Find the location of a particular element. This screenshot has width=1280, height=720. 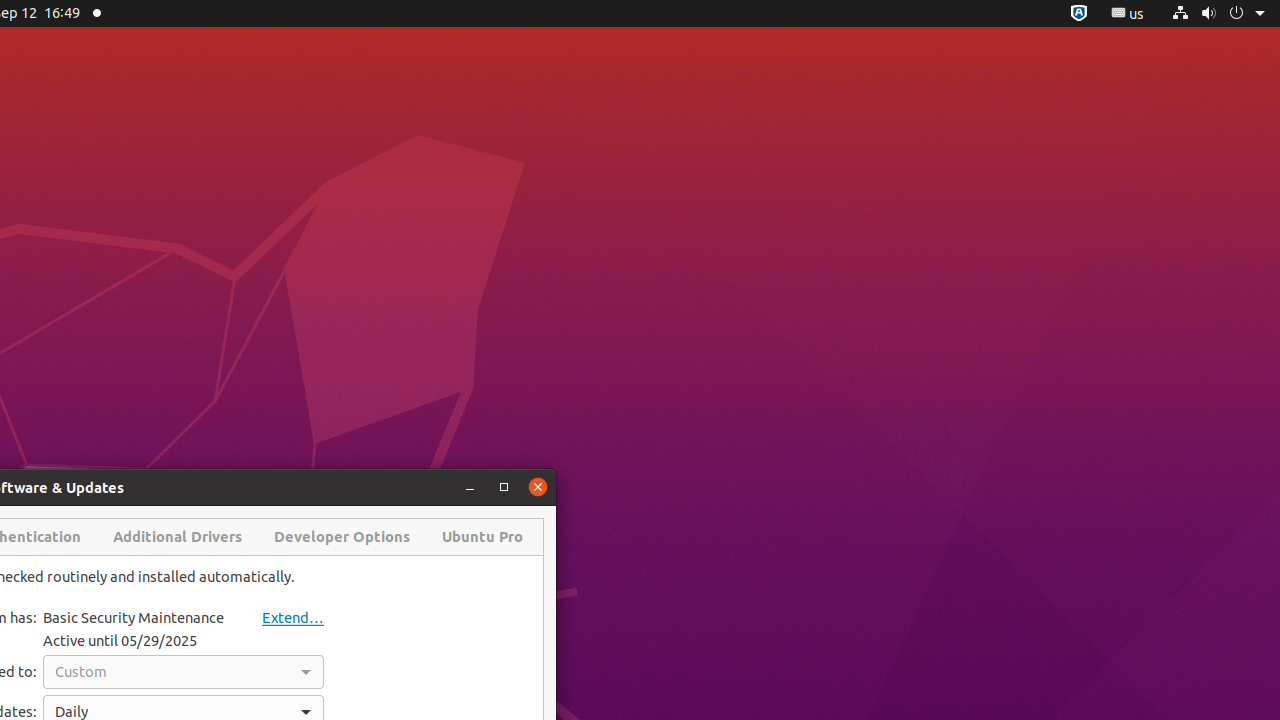

'Developer Options' is located at coordinates (342, 535).